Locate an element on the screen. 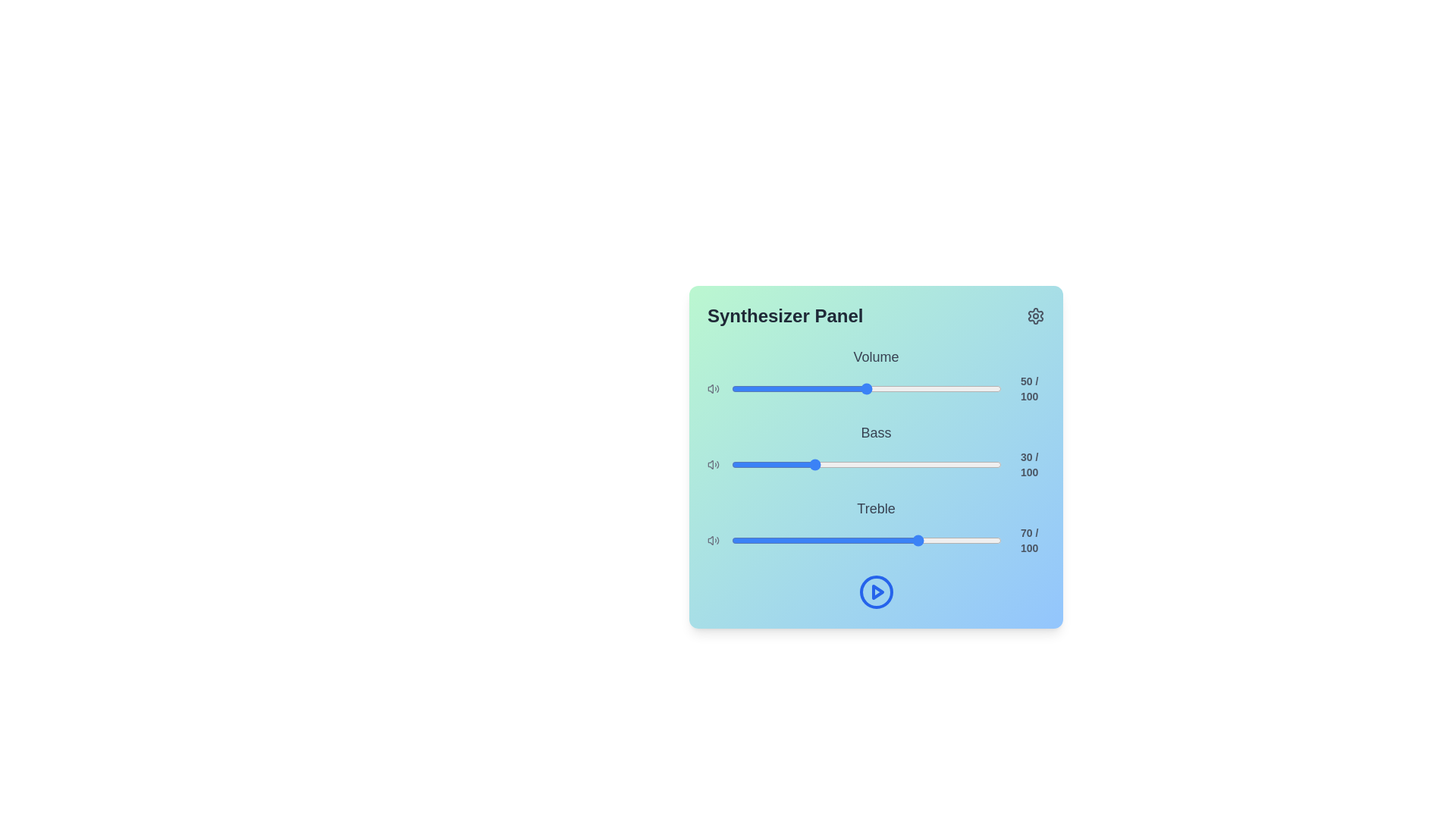 The height and width of the screenshot is (819, 1456). settings icon to access options is located at coordinates (1035, 315).